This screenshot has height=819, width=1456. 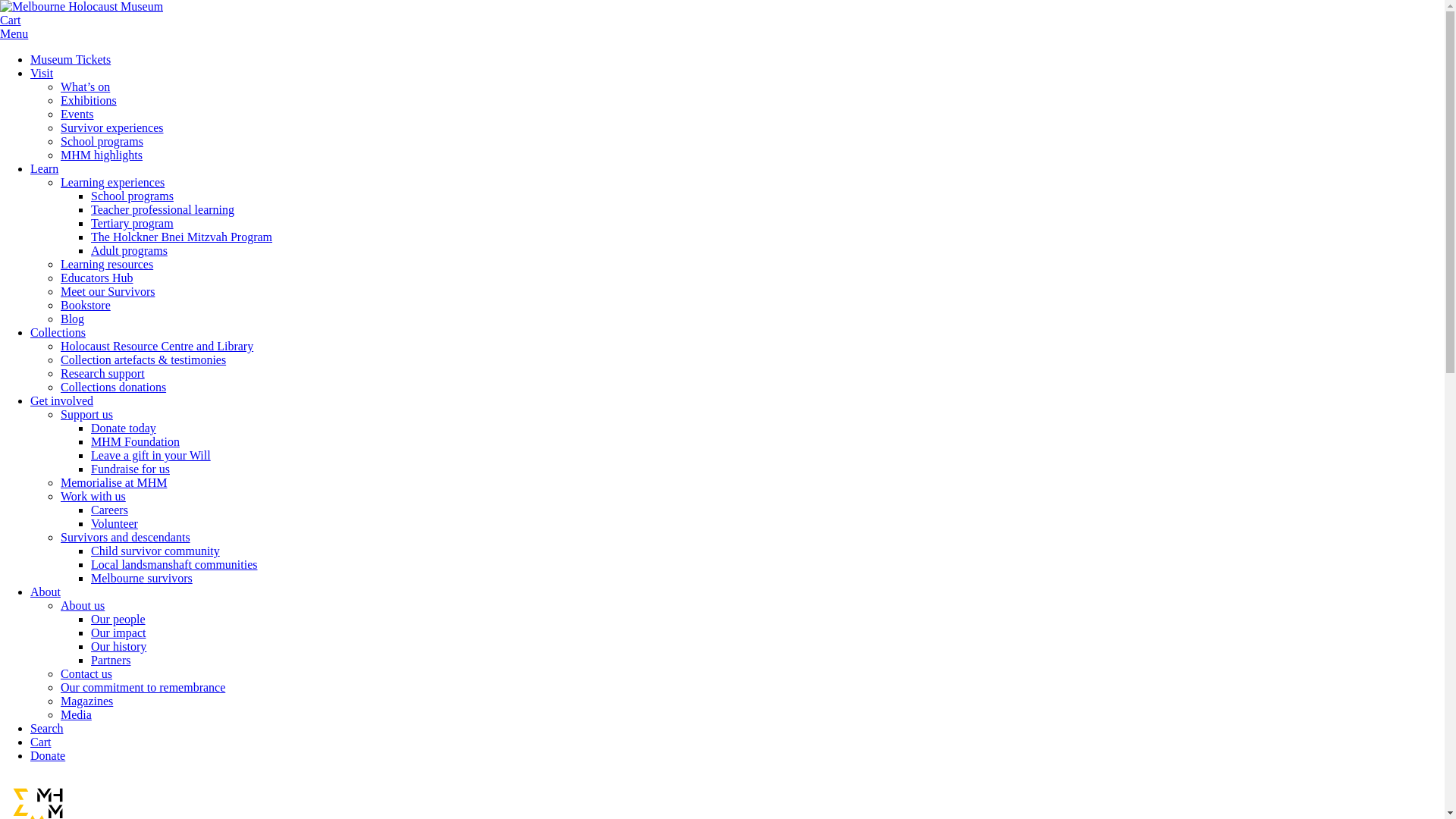 What do you see at coordinates (86, 673) in the screenshot?
I see `'Contact us'` at bounding box center [86, 673].